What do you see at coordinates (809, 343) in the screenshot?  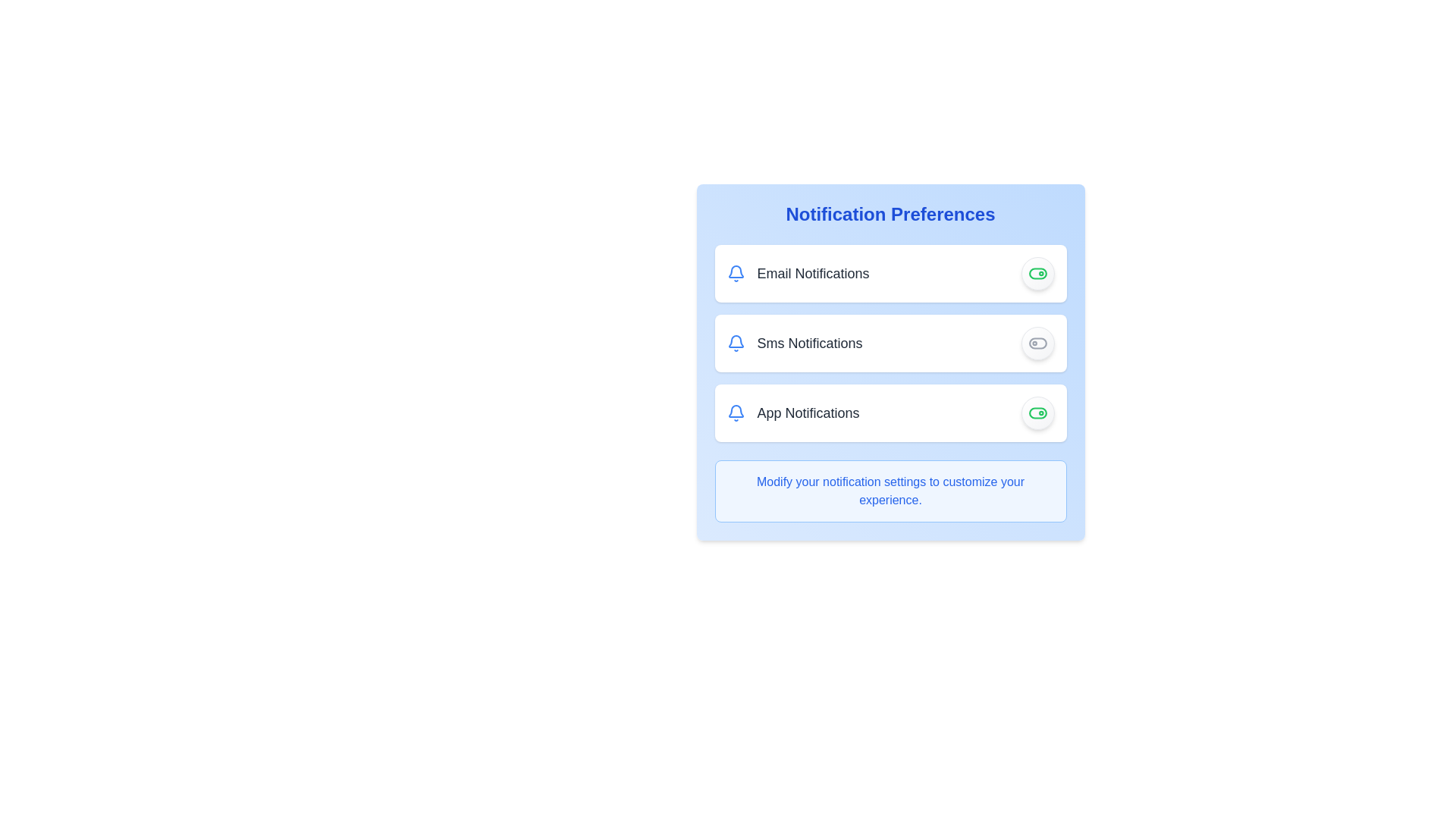 I see `the static text label indicating SMS Notifications, which is located in the second row of notification options, between a notification bell icon on the left and a toggle switch on the right` at bounding box center [809, 343].